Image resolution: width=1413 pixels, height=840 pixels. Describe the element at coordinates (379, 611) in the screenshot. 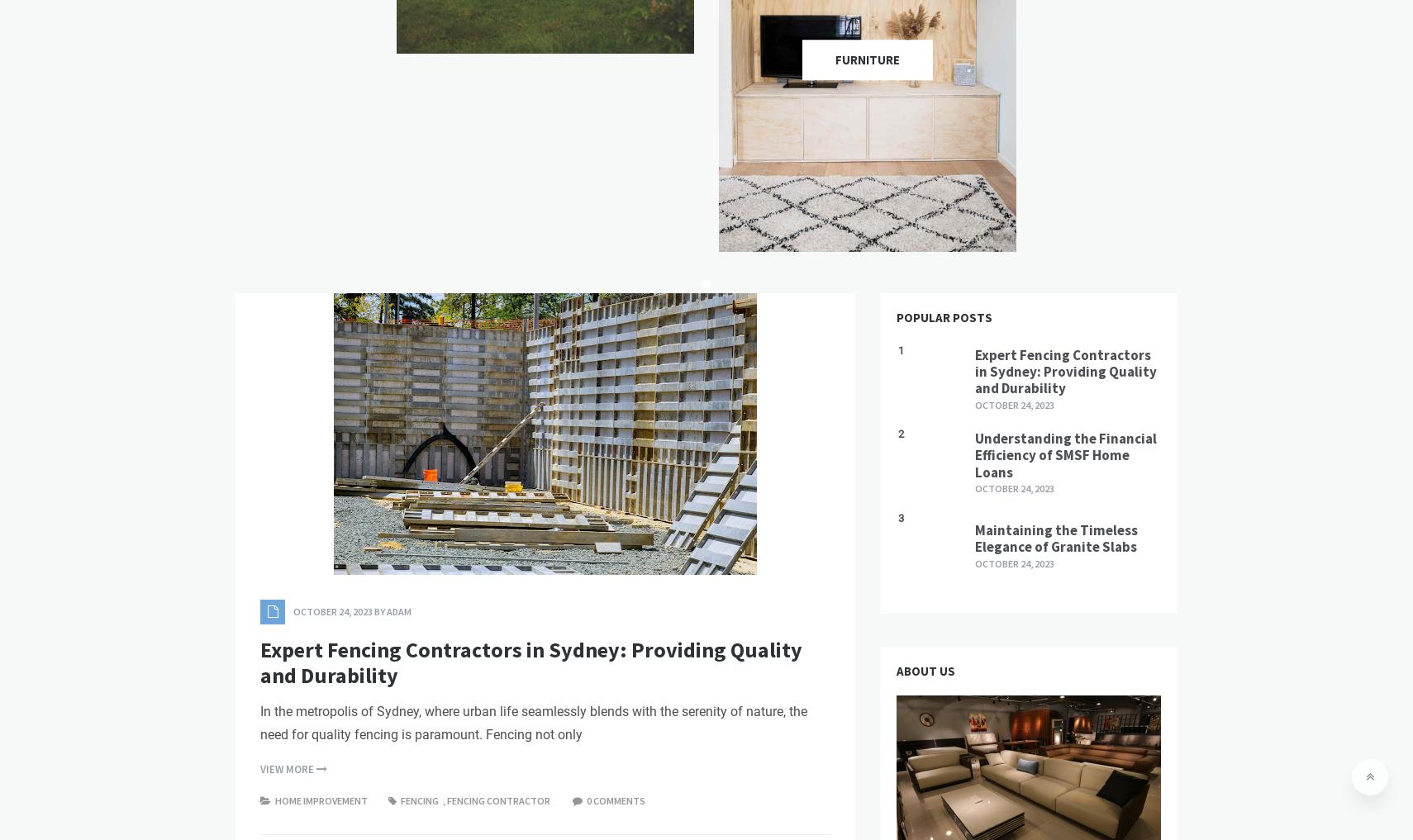

I see `'by'` at that location.